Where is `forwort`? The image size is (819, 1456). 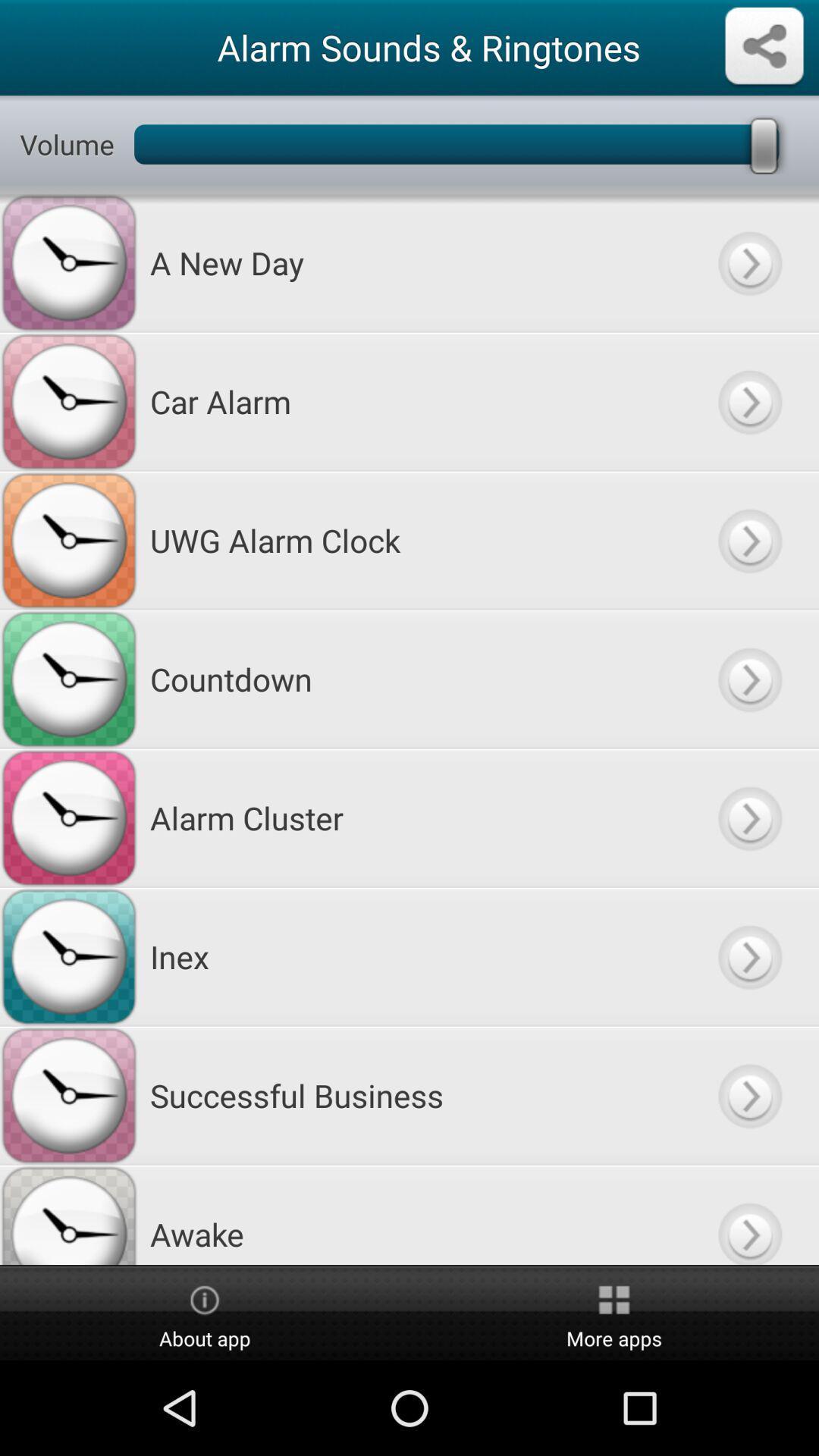 forwort is located at coordinates (748, 955).